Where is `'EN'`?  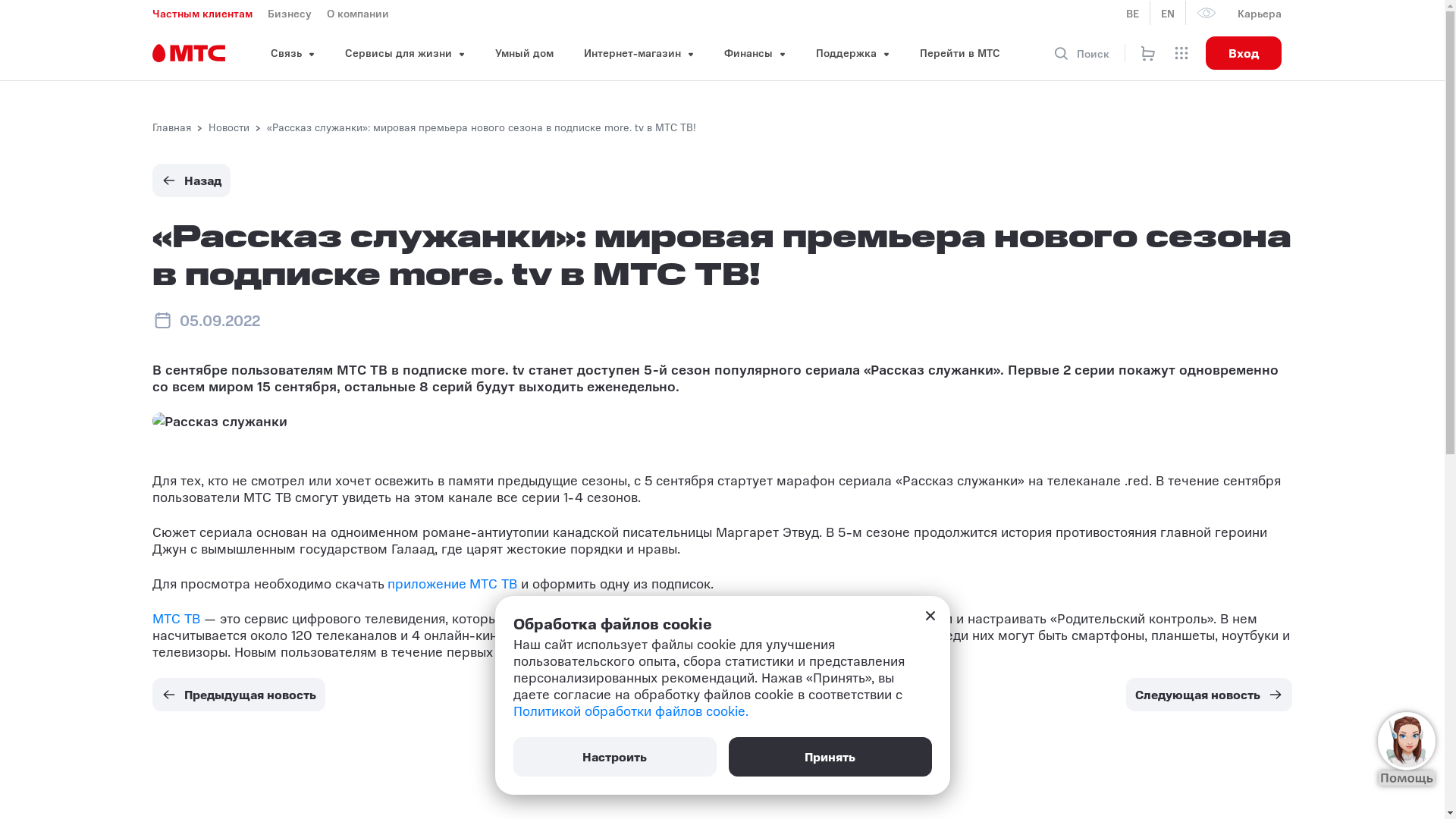 'EN' is located at coordinates (1167, 12).